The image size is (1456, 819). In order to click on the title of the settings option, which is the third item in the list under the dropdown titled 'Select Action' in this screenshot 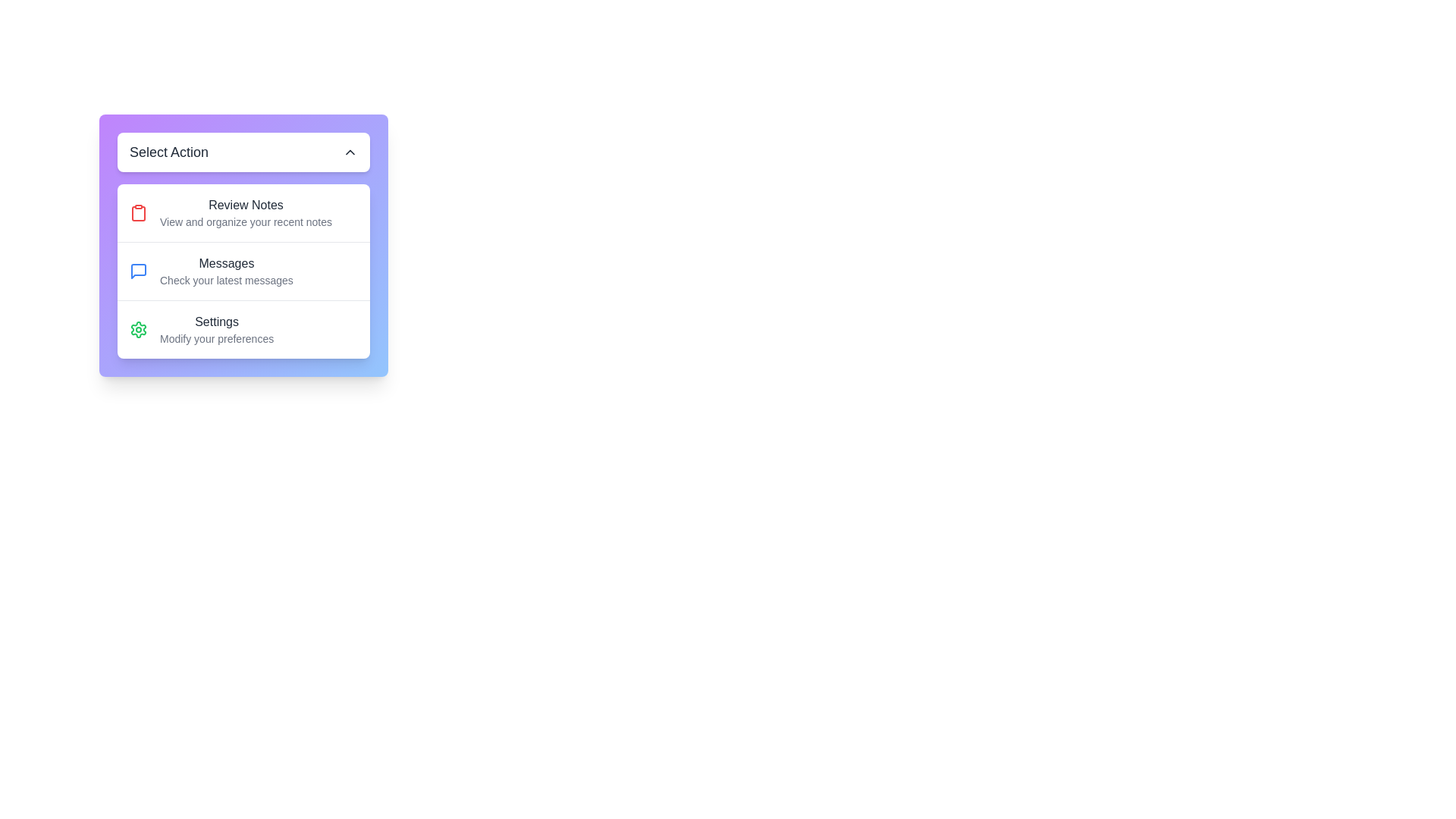, I will do `click(216, 329)`.